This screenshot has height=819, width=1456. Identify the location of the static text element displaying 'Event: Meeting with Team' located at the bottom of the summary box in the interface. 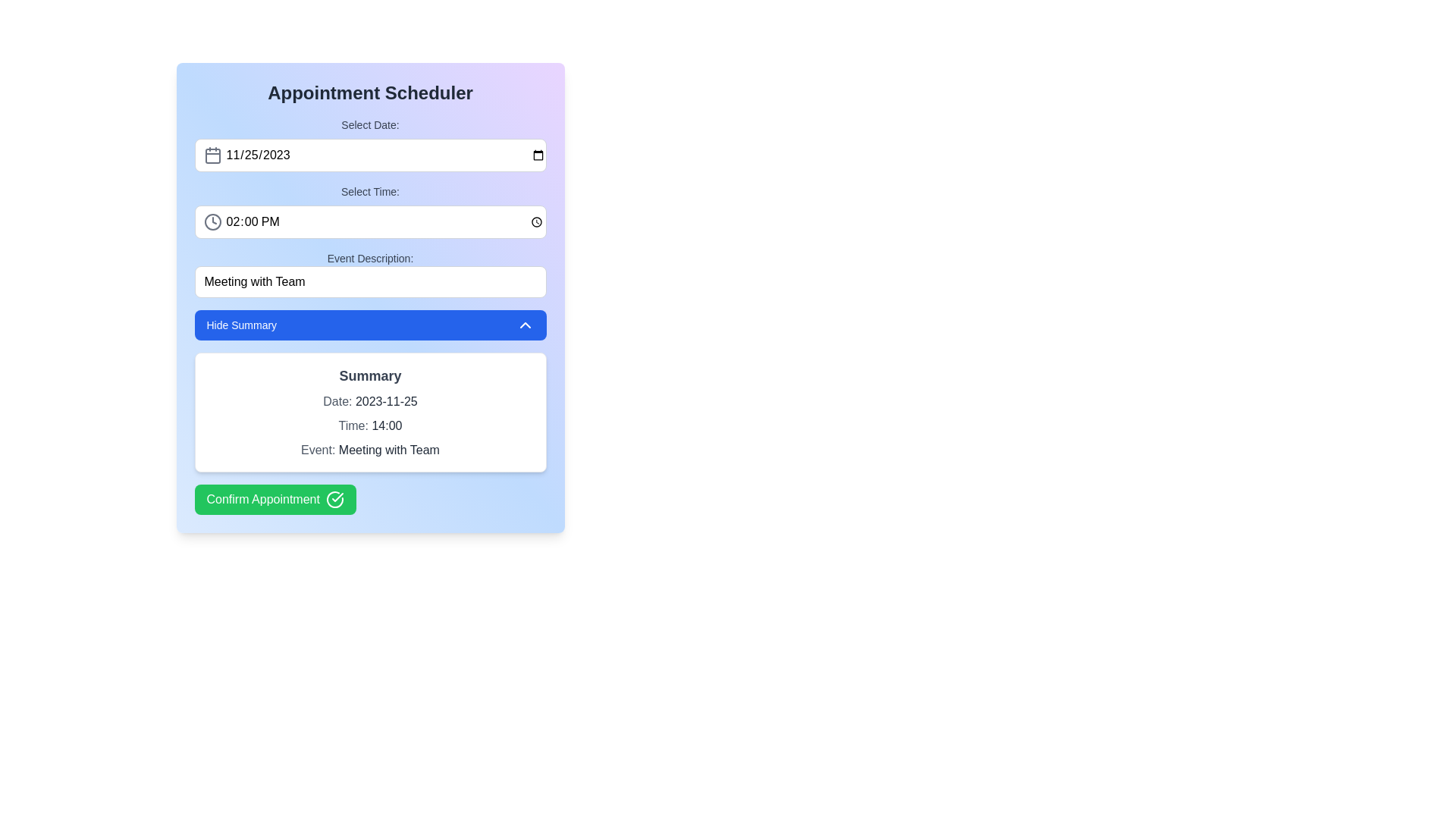
(389, 449).